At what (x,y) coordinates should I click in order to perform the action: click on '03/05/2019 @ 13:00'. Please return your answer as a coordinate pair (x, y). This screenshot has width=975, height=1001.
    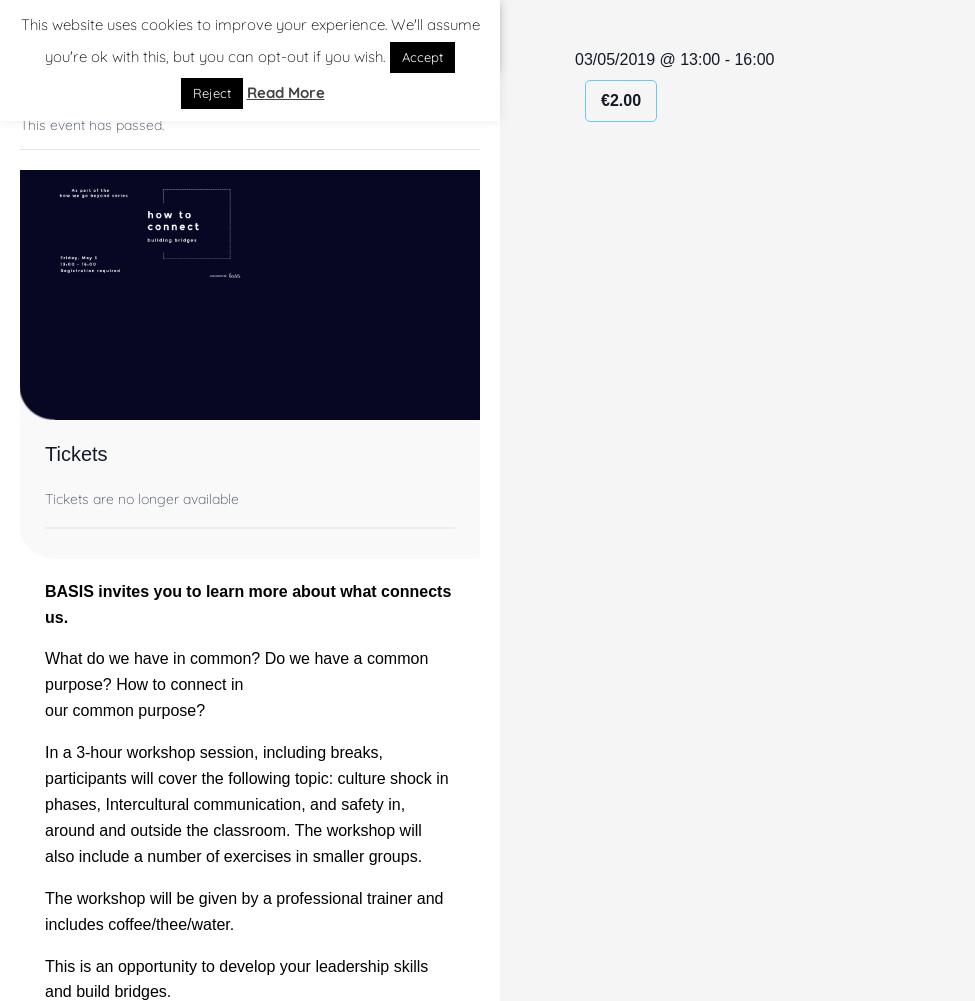
    Looking at the image, I should click on (647, 59).